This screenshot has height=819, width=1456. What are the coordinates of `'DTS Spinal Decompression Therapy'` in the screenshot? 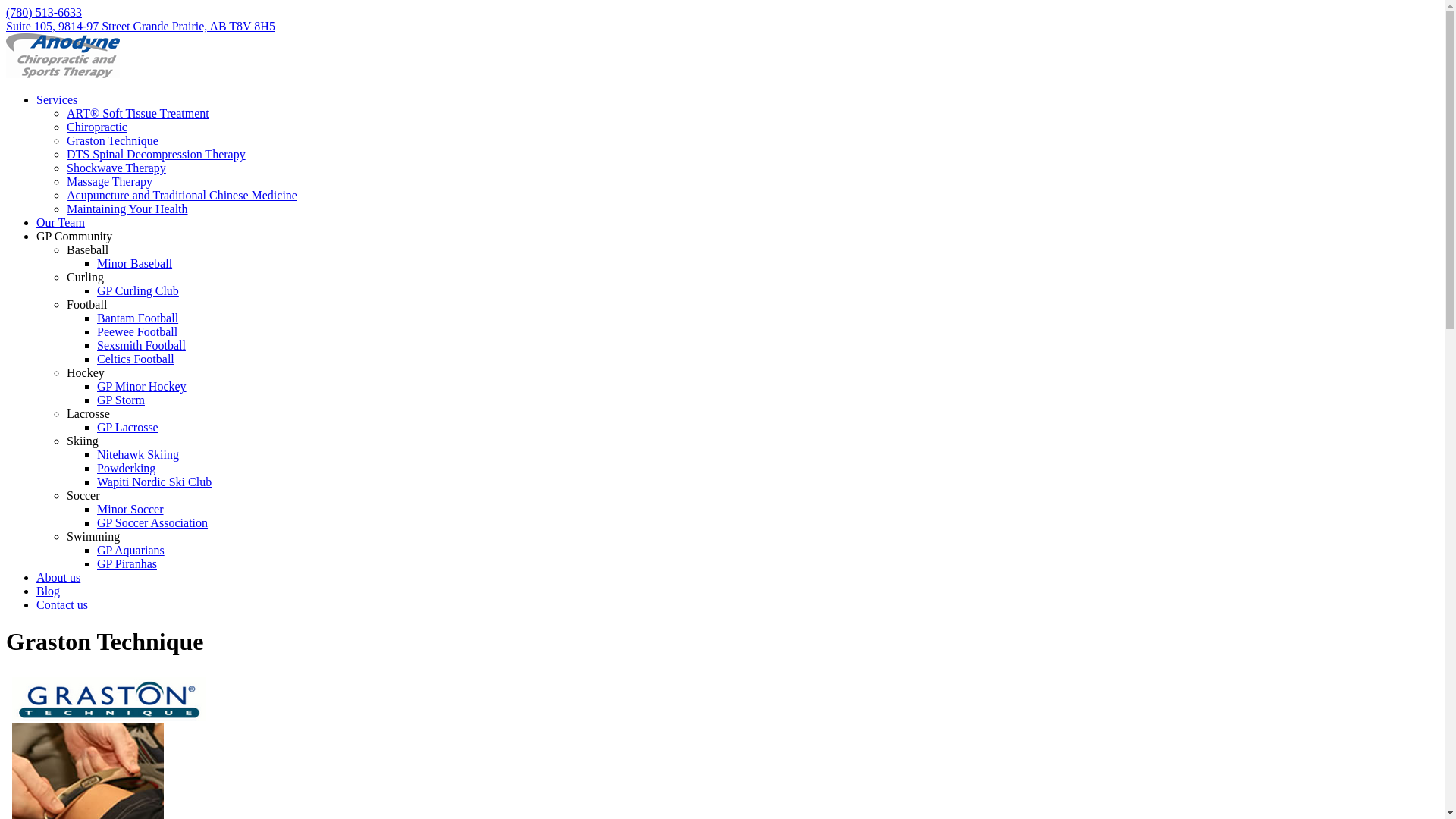 It's located at (65, 154).